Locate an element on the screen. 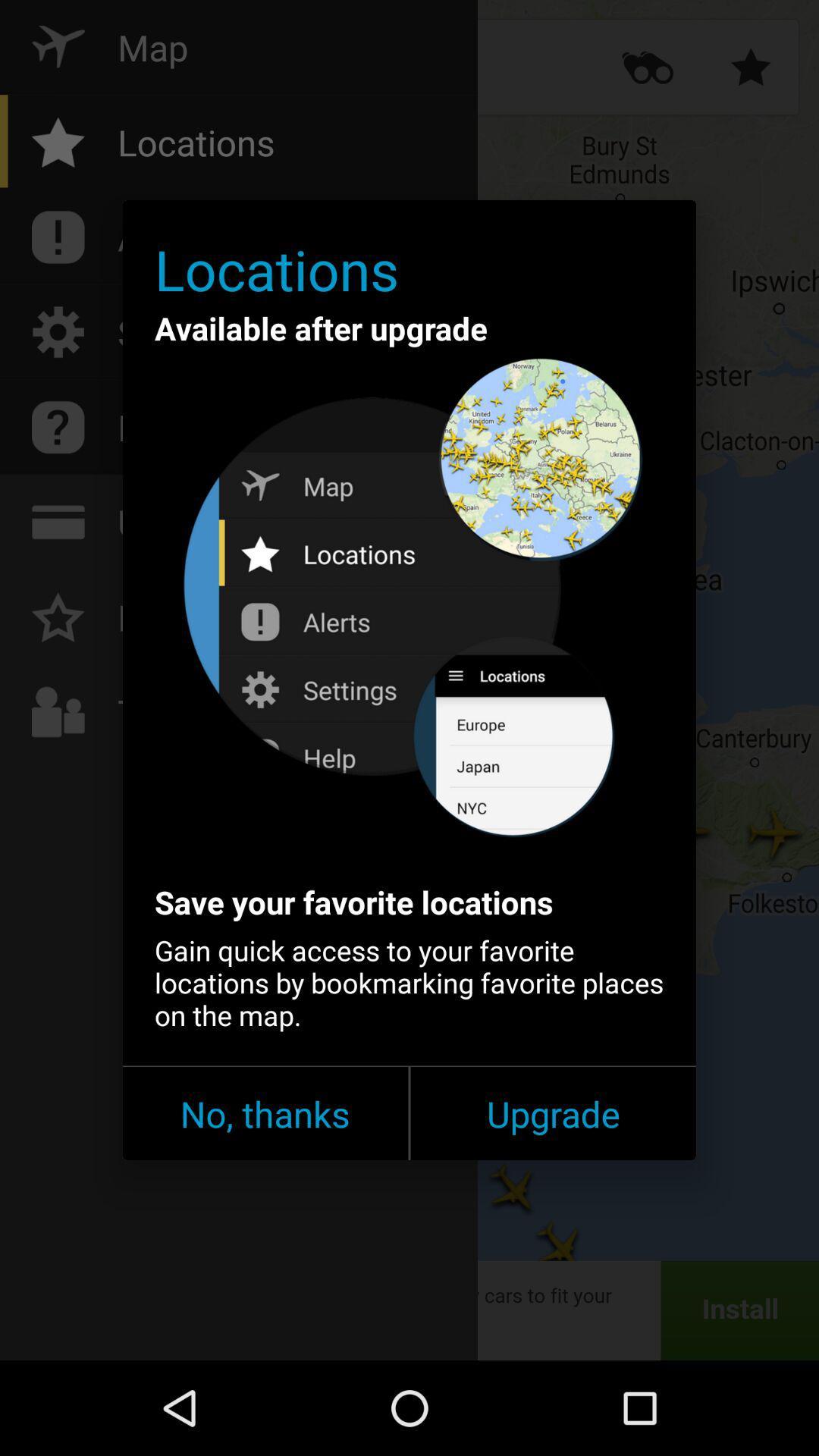  the star icon is located at coordinates (751, 67).